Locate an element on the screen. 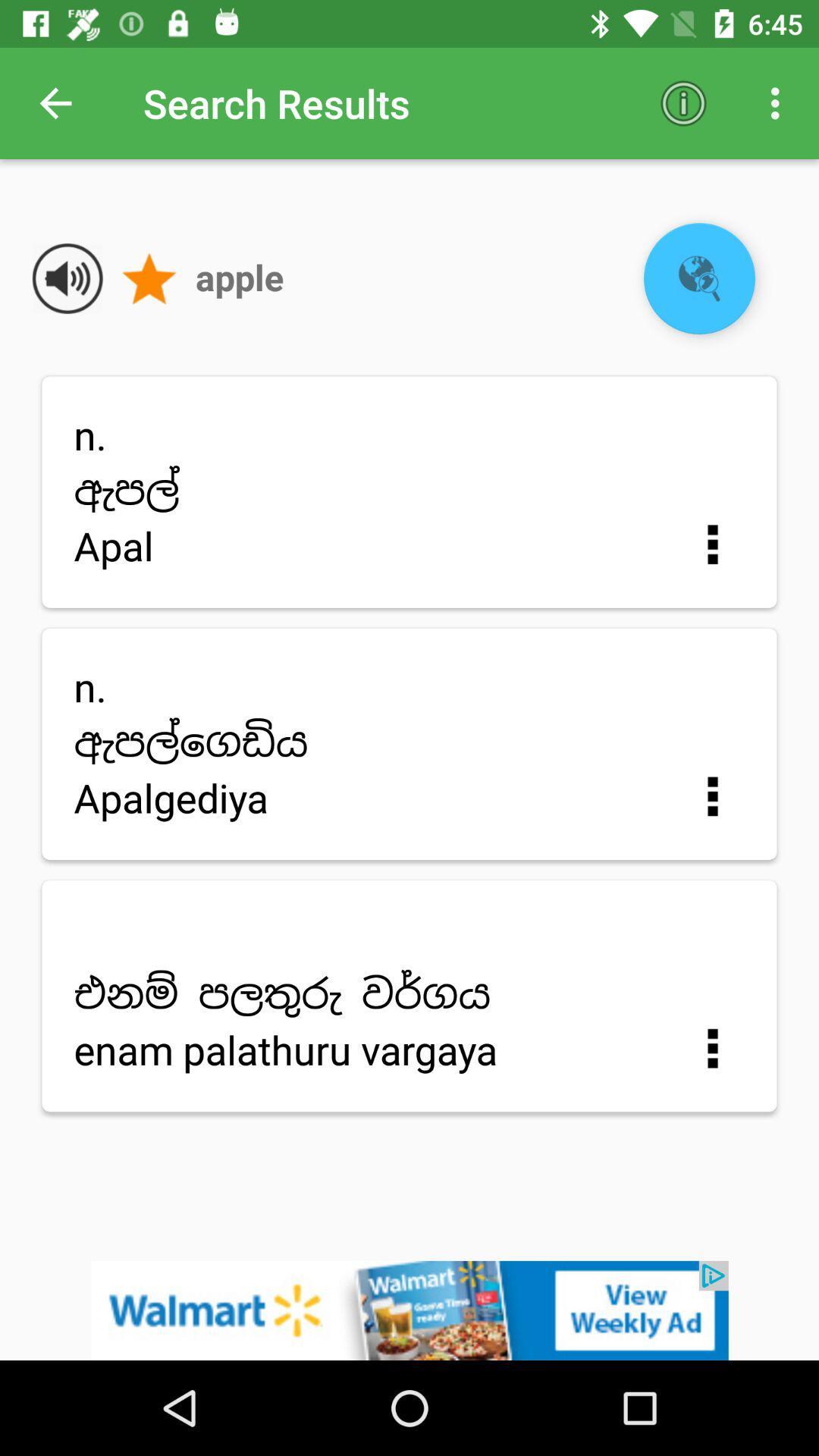 This screenshot has height=1456, width=819. the globe icon is located at coordinates (699, 278).